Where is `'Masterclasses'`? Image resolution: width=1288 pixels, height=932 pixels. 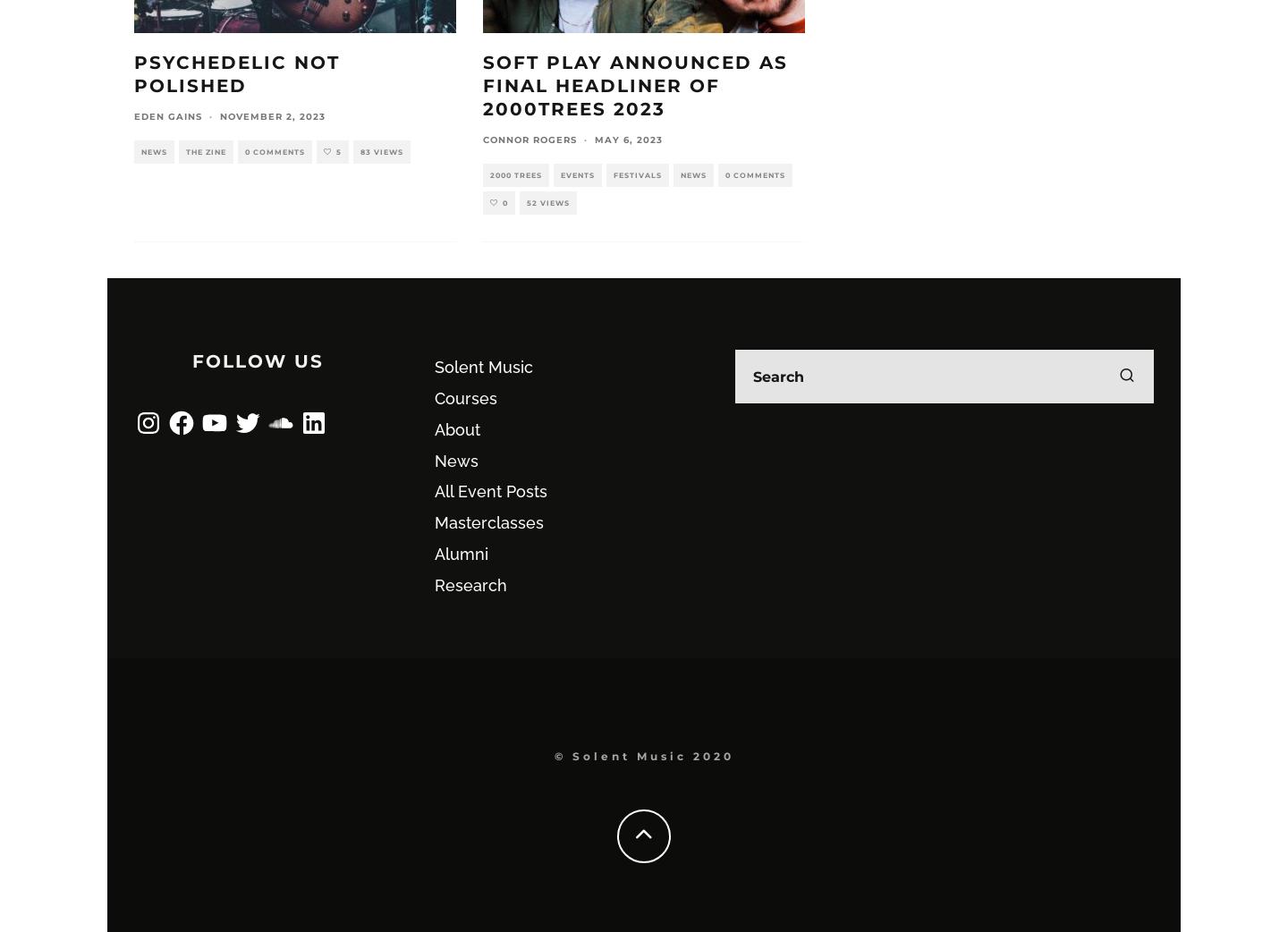 'Masterclasses' is located at coordinates (434, 521).